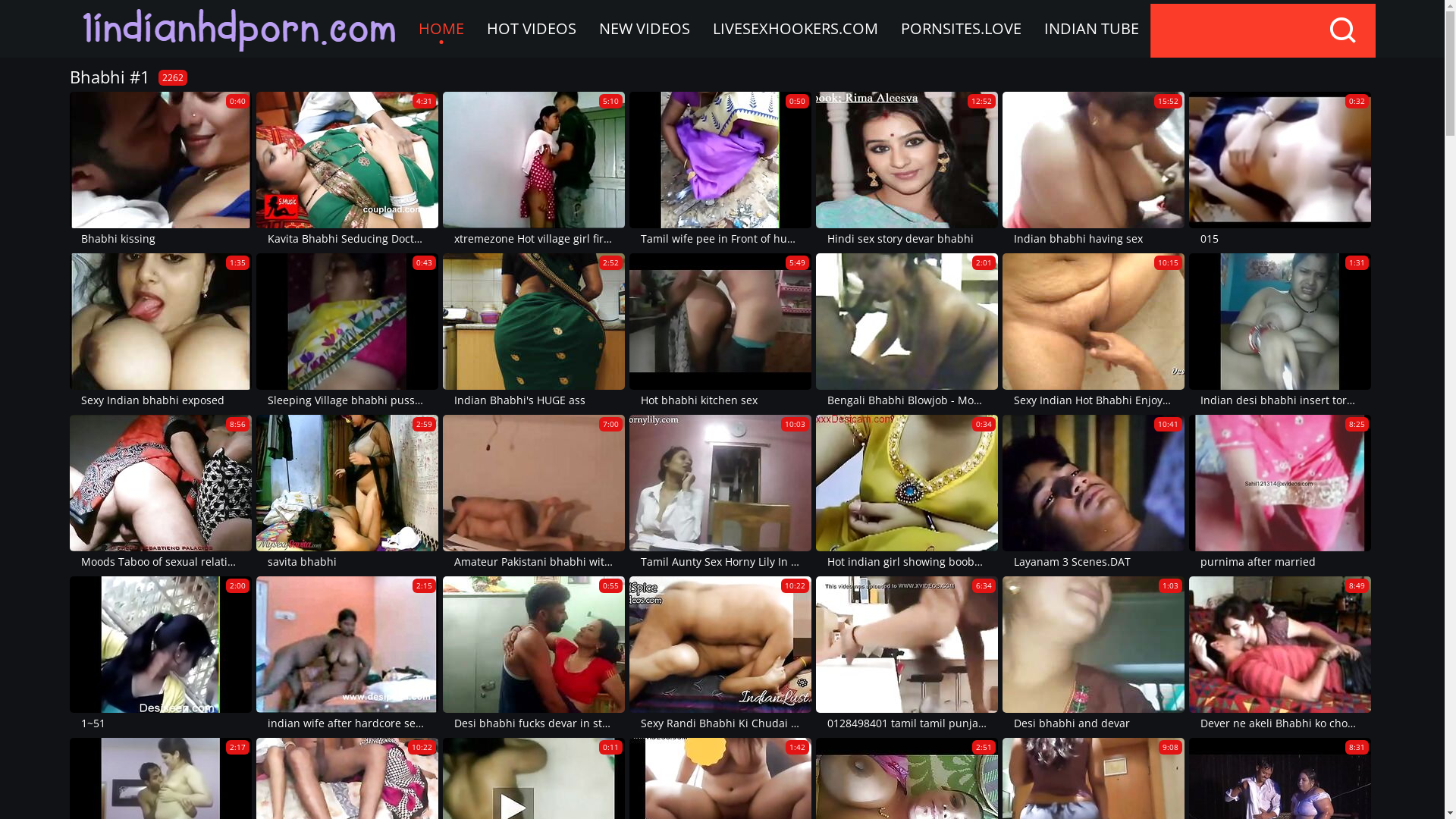 This screenshot has height=819, width=1456. Describe the element at coordinates (1093, 331) in the screenshot. I see `'10:15` at that location.